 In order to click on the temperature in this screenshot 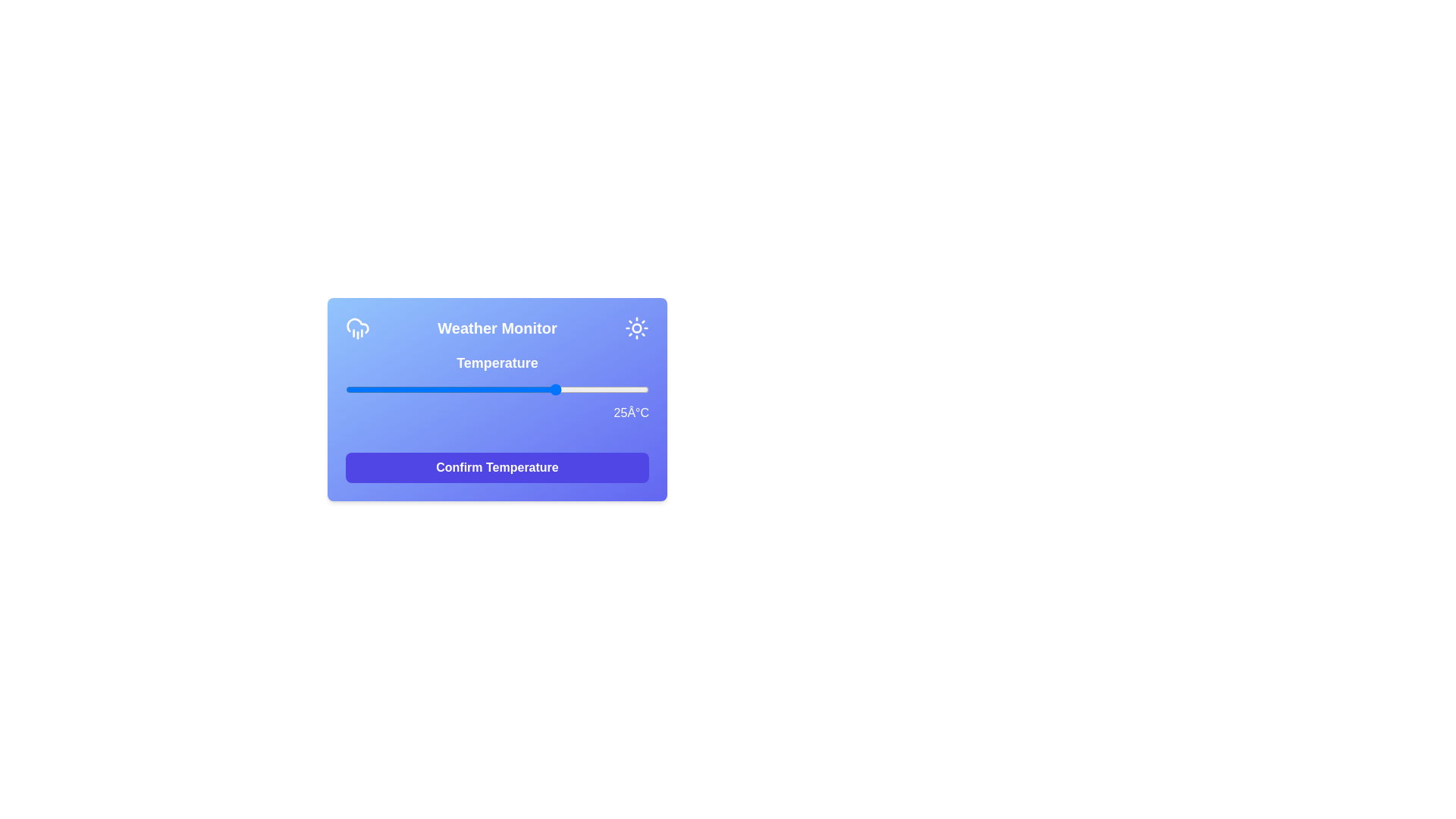, I will do `click(588, 388)`.